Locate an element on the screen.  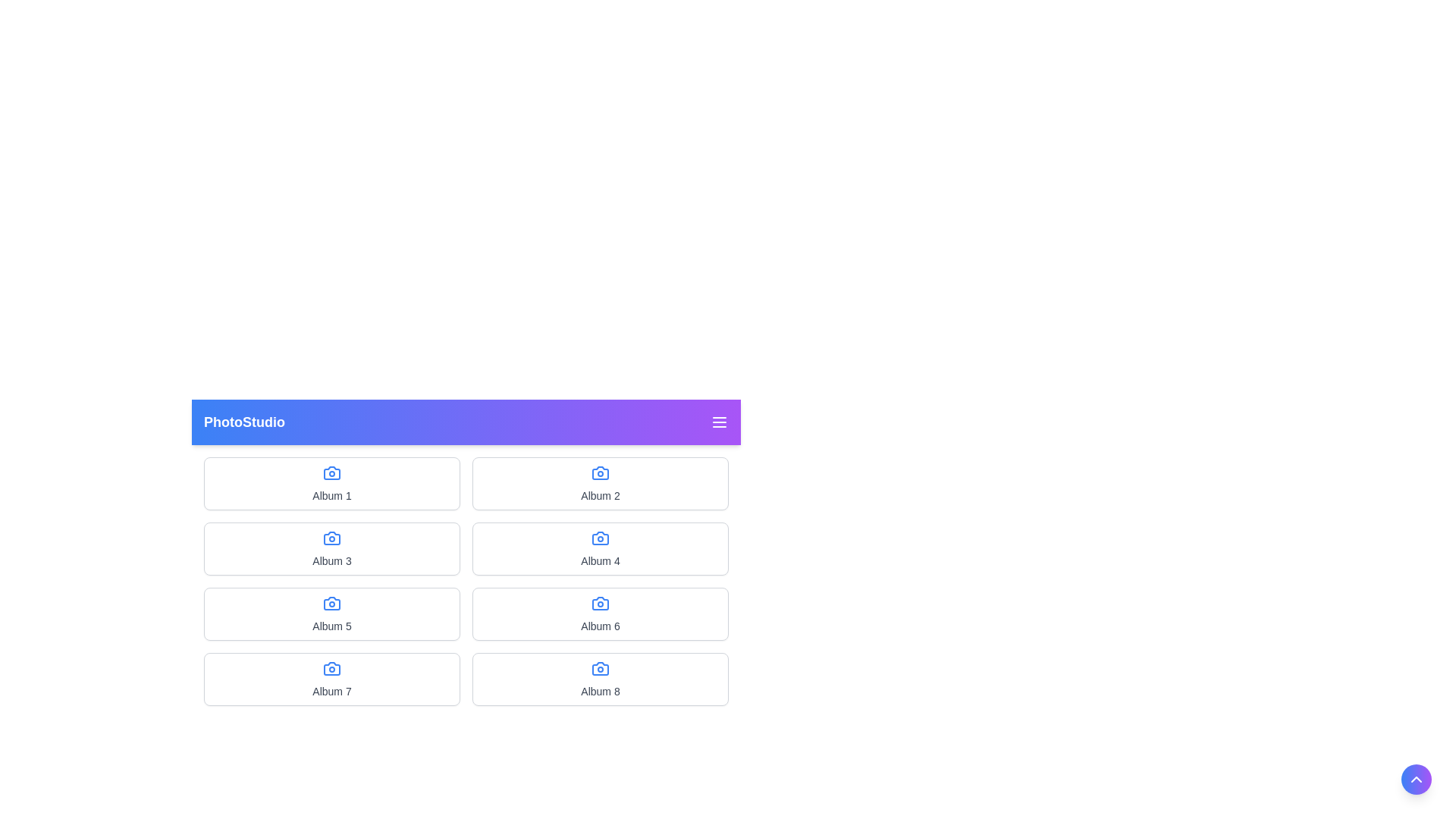
text label that displays the name or title of the album, located in the second column of the second row in a grid layout, specifically the fourth item in the grid is located at coordinates (600, 561).